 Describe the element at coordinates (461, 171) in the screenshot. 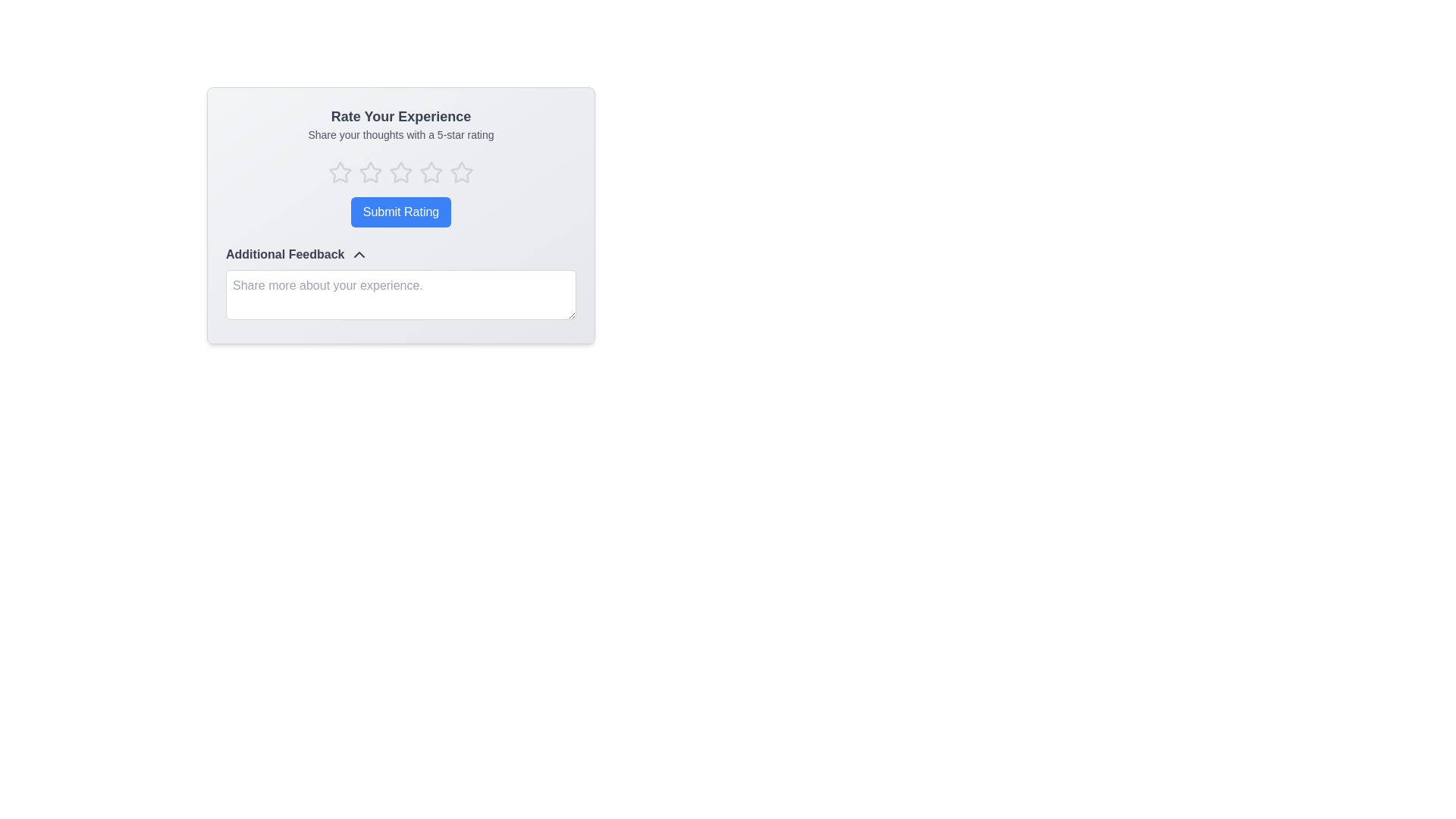

I see `the fourth star icon in the rating system to rate your experience` at that location.